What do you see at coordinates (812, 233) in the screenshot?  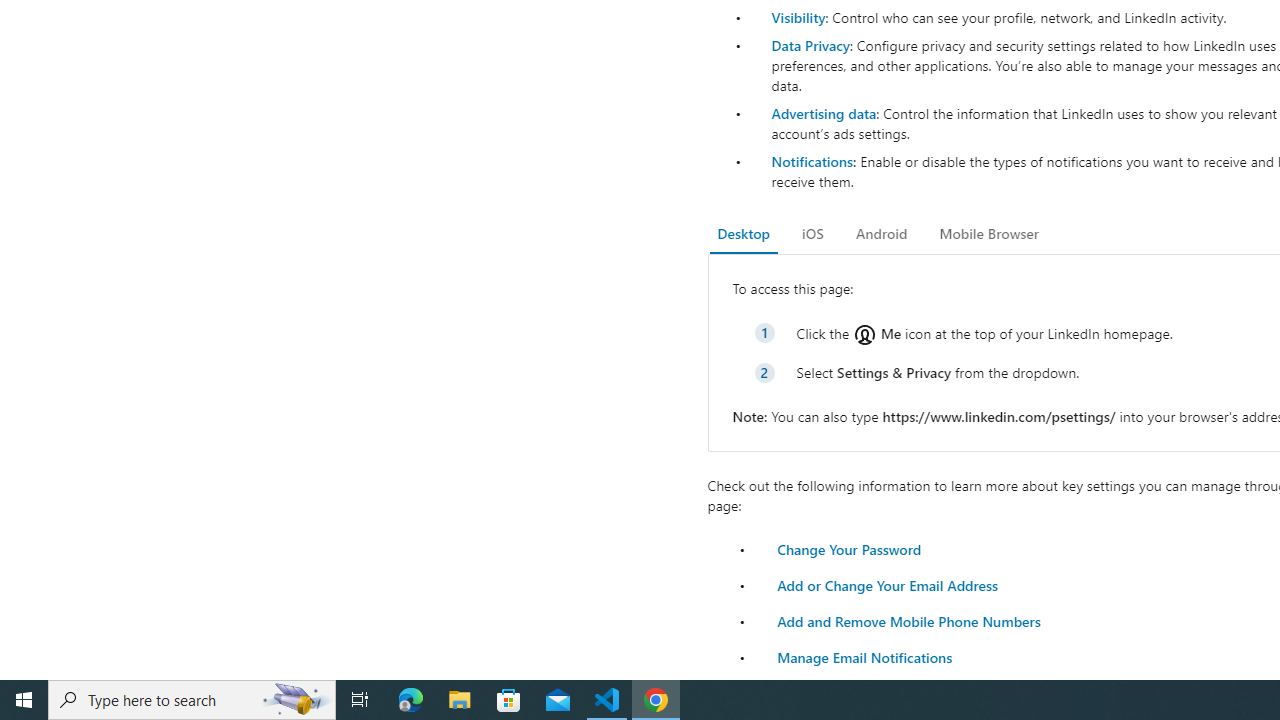 I see `'iOS'` at bounding box center [812, 233].